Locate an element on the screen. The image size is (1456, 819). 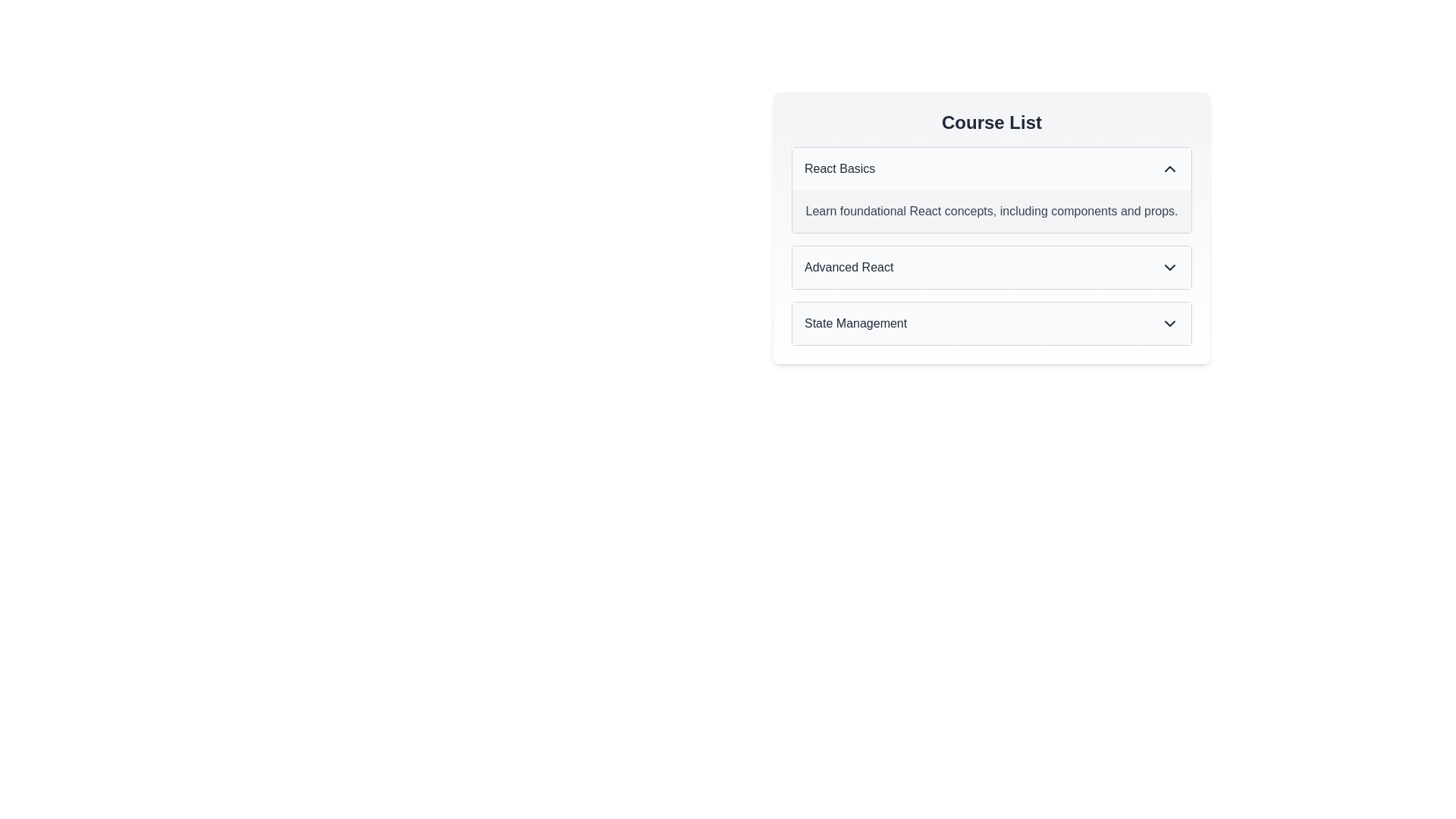
the 'Advanced React' button in the Course List to observe its hover effects is located at coordinates (992, 267).